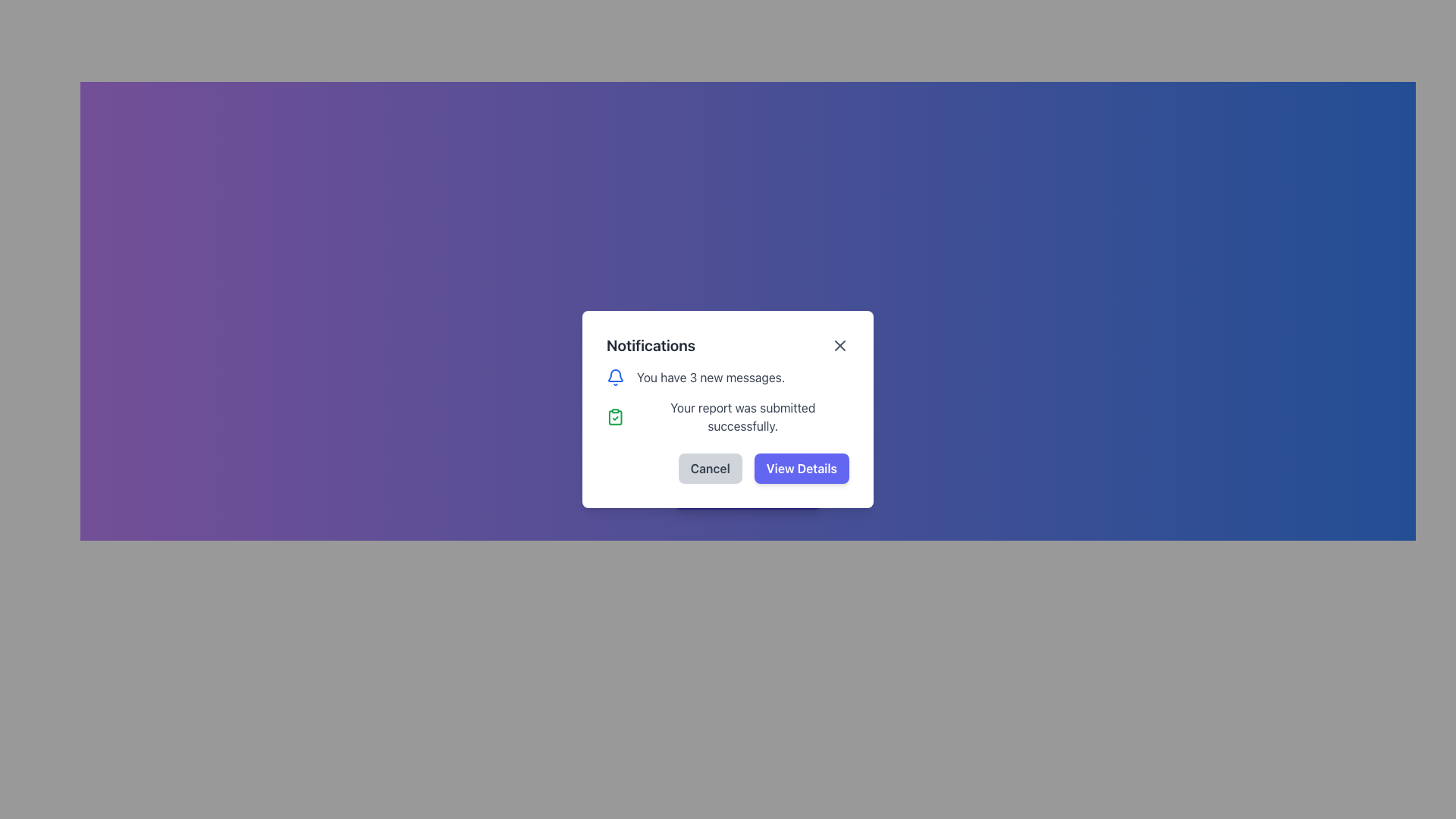 This screenshot has height=819, width=1456. I want to click on the clipboard icon located in the modal dialog below the 'Notifications' headline, aligned to the left side next to the report submission text, so click(615, 418).